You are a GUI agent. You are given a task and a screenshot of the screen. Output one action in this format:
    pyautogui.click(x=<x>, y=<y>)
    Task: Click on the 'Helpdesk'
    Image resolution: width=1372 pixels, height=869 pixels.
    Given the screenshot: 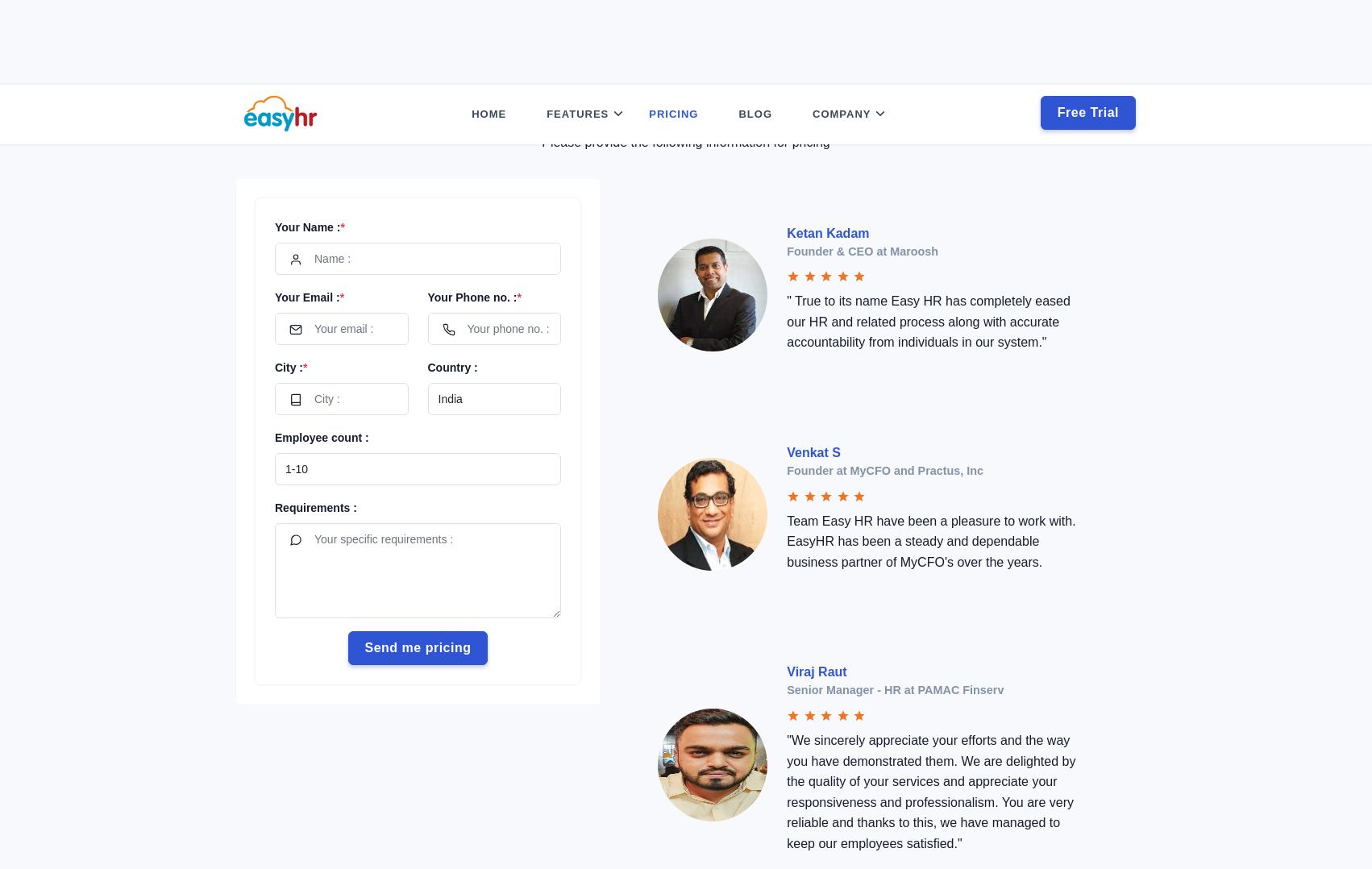 What is the action you would take?
    pyautogui.click(x=575, y=270)
    